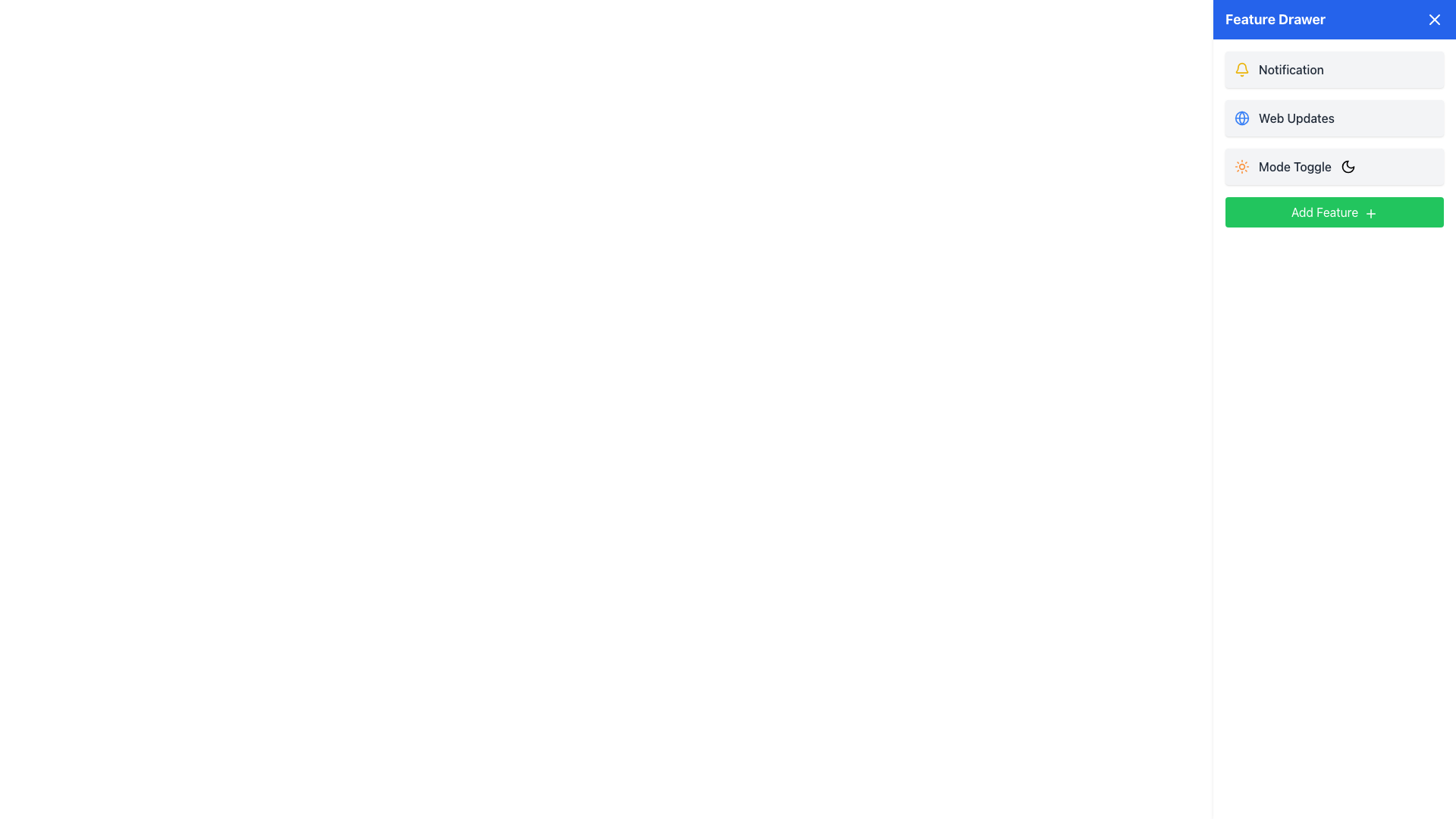  Describe the element at coordinates (1433, 20) in the screenshot. I see `the close button located at the far right of the header bar for the 'Feature Drawer' panel to observe any hover effects` at that location.